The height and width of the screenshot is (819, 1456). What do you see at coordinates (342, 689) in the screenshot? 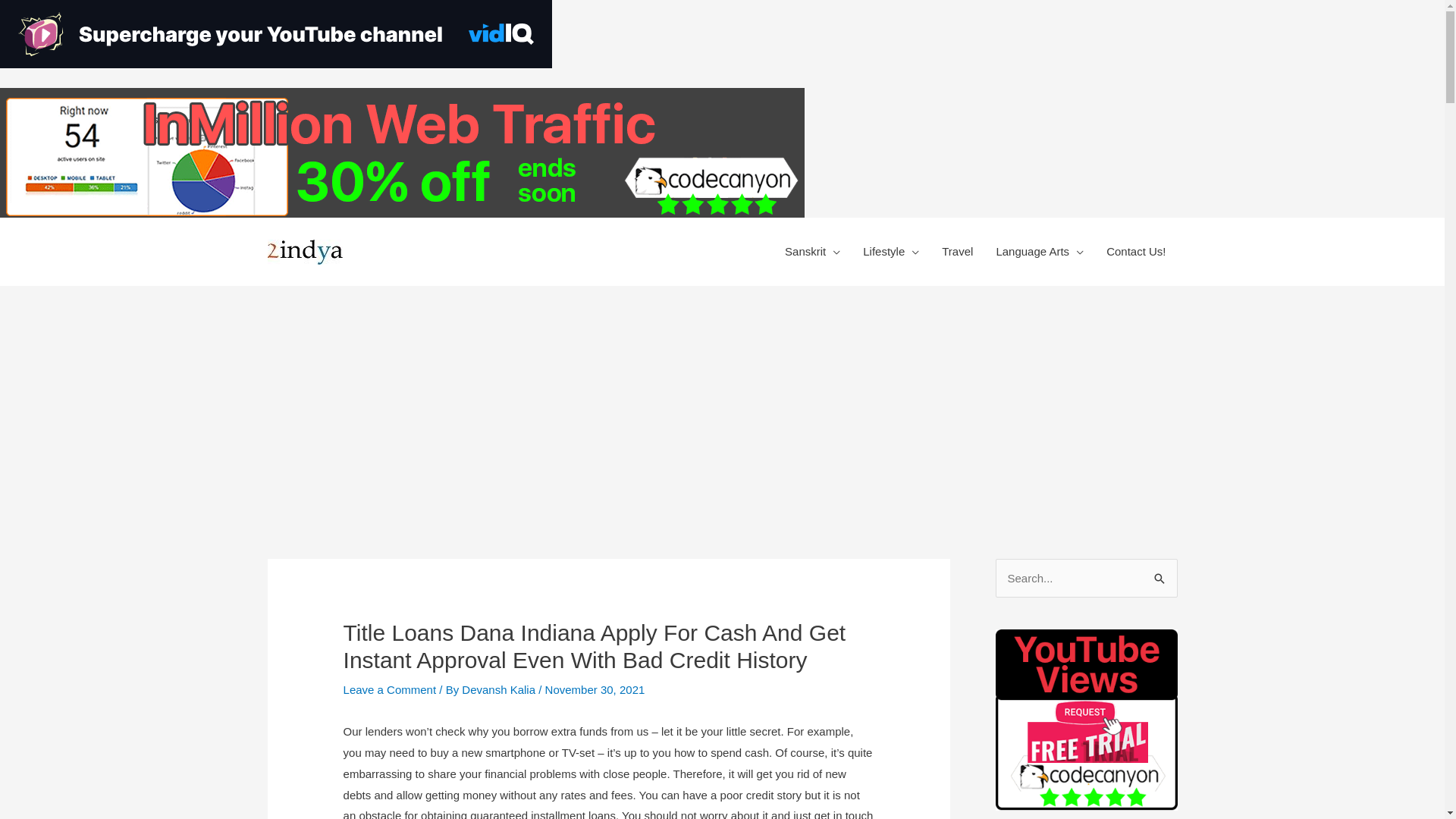
I see `'Leave a Comment'` at bounding box center [342, 689].